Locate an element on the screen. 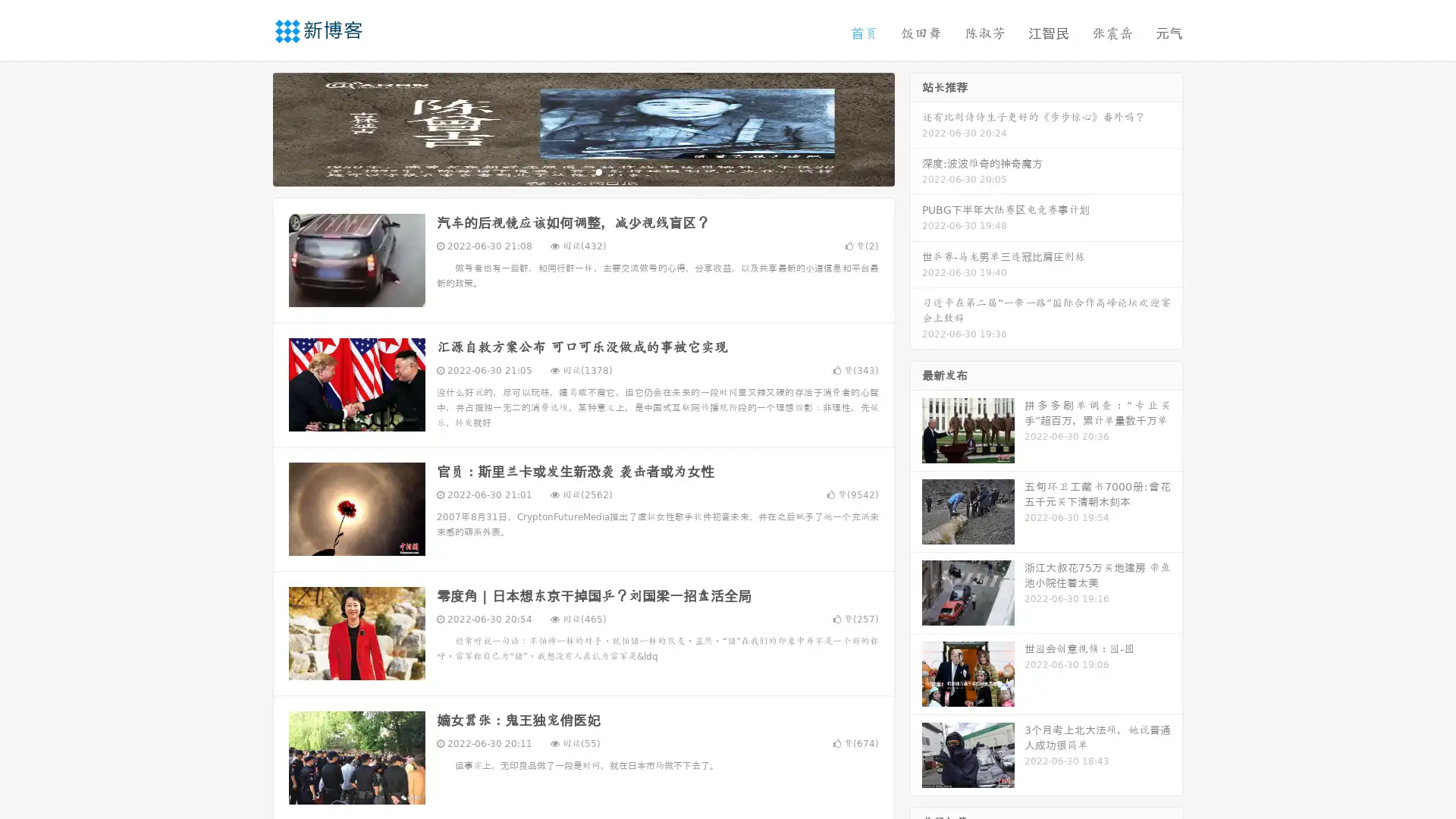  Next slide is located at coordinates (916, 127).